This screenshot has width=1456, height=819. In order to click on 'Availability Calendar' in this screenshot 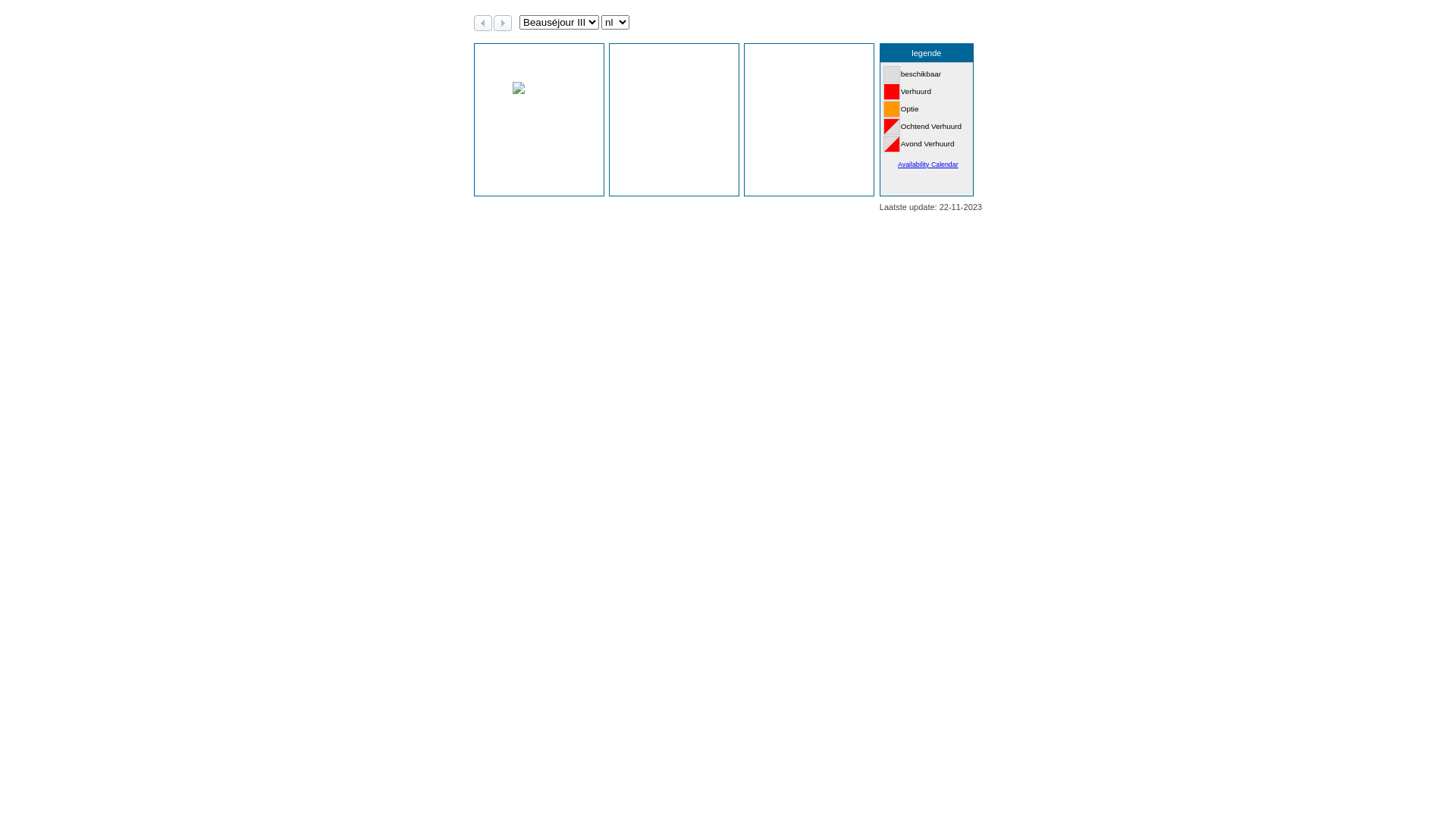, I will do `click(927, 164)`.